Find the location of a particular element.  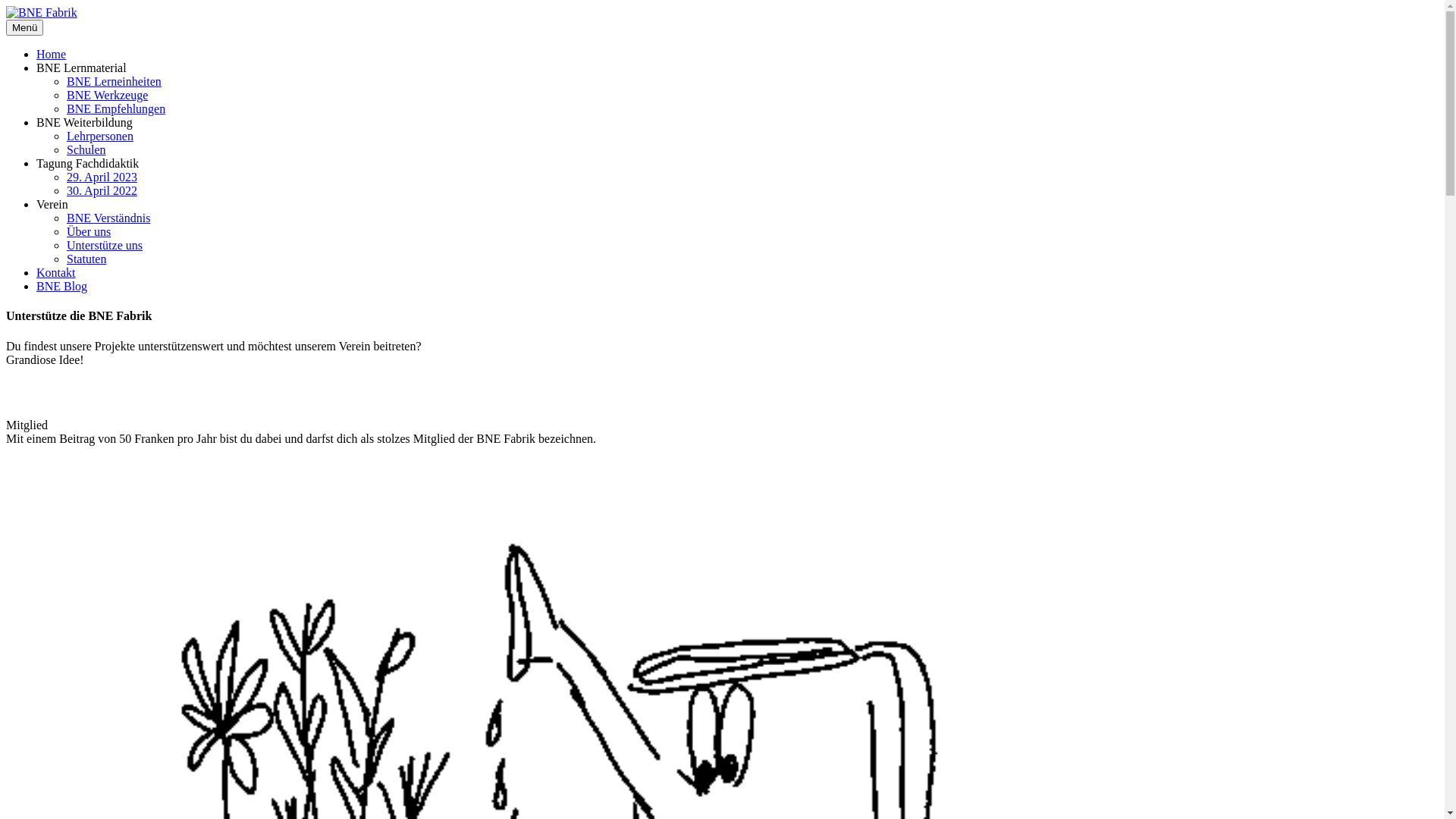

'30. April 2022' is located at coordinates (101, 190).